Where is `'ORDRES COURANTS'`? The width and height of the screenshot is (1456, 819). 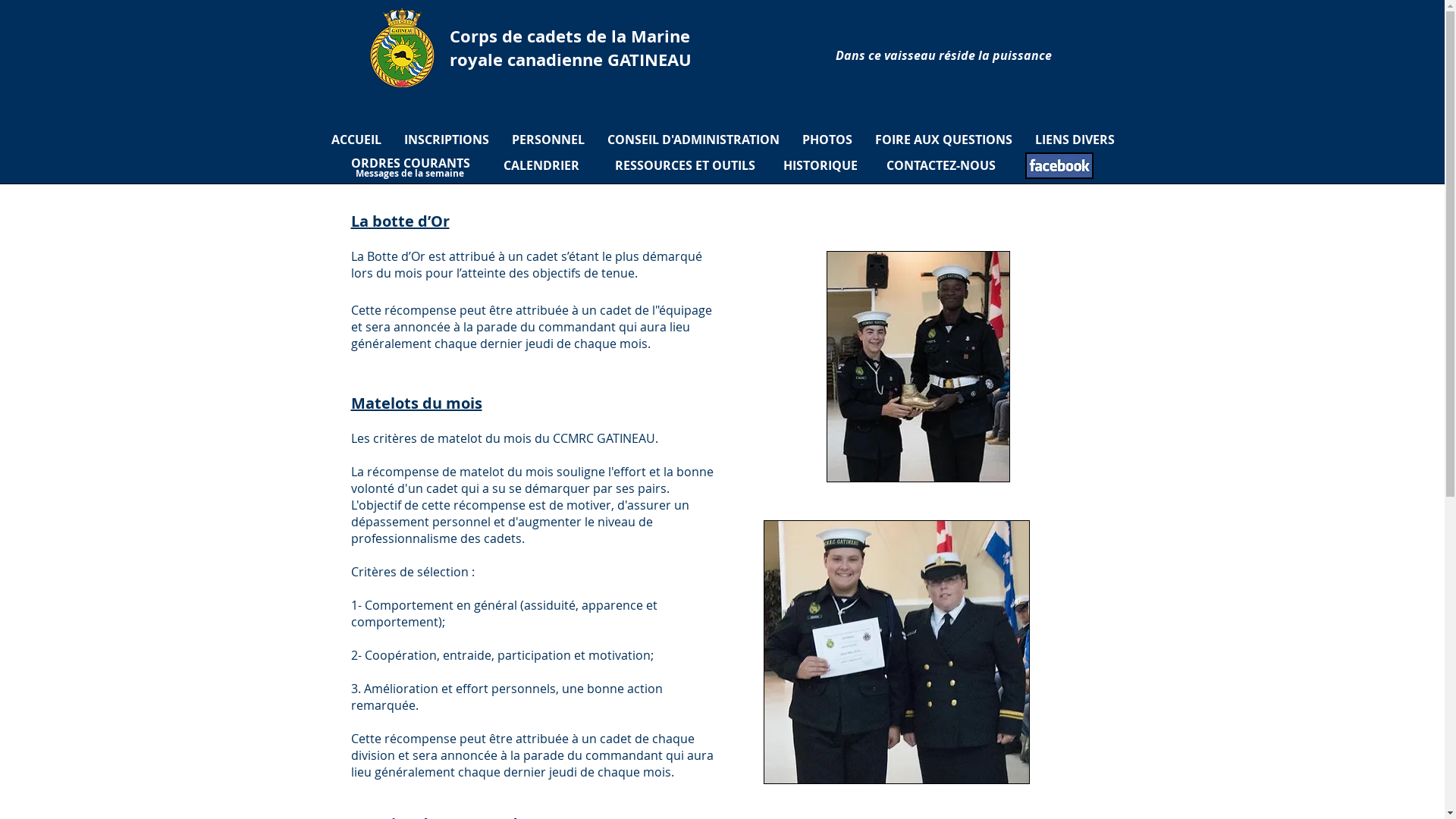
'ORDRES COURANTS' is located at coordinates (409, 163).